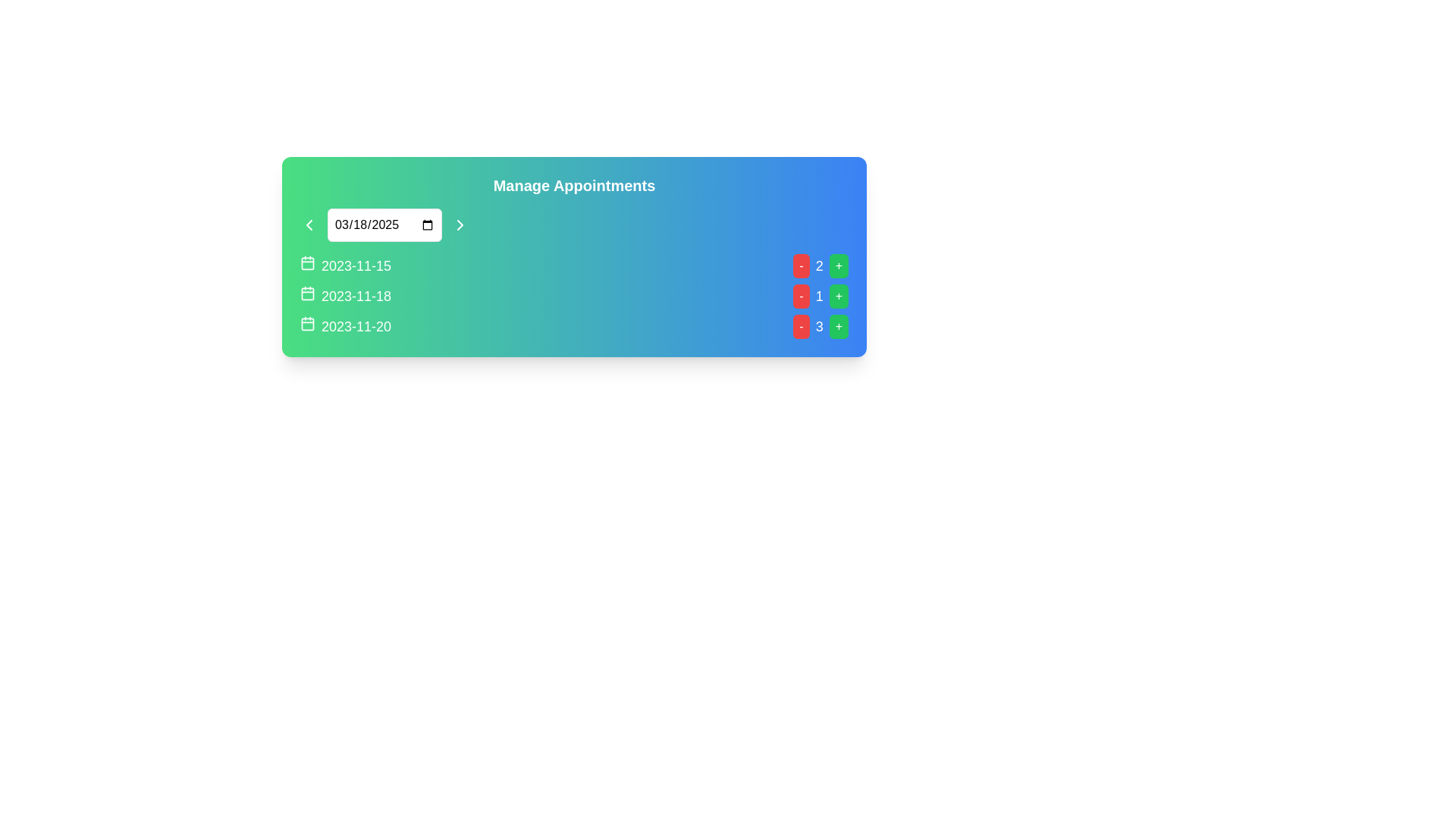 The height and width of the screenshot is (819, 1456). What do you see at coordinates (838, 326) in the screenshot?
I see `the third '+' button in the vertically-aligned group located in the rightmost section of the interface to interact` at bounding box center [838, 326].